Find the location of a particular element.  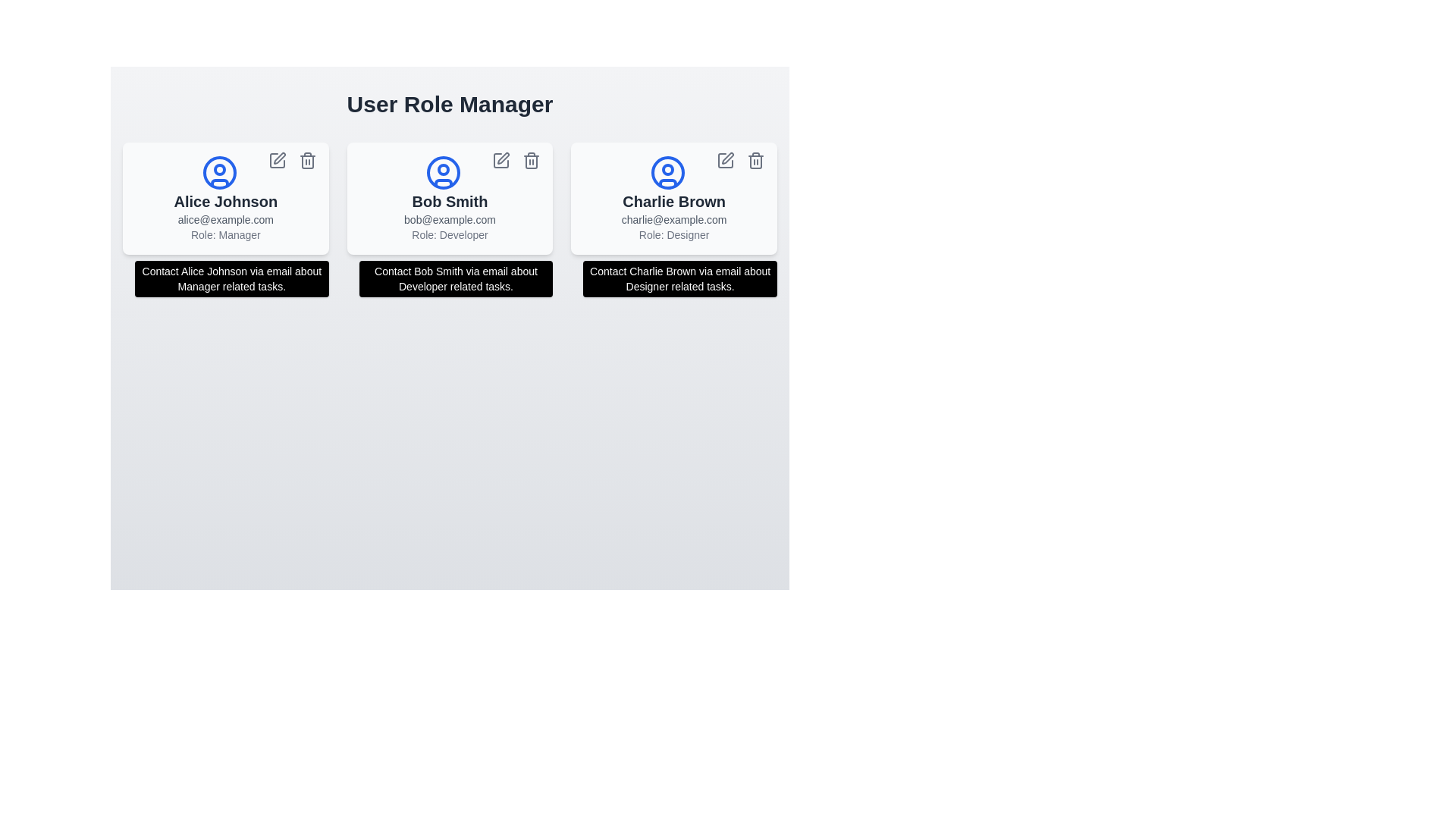

the outermost circle of the user icon representing Charlie Brown in the profile card is located at coordinates (667, 171).